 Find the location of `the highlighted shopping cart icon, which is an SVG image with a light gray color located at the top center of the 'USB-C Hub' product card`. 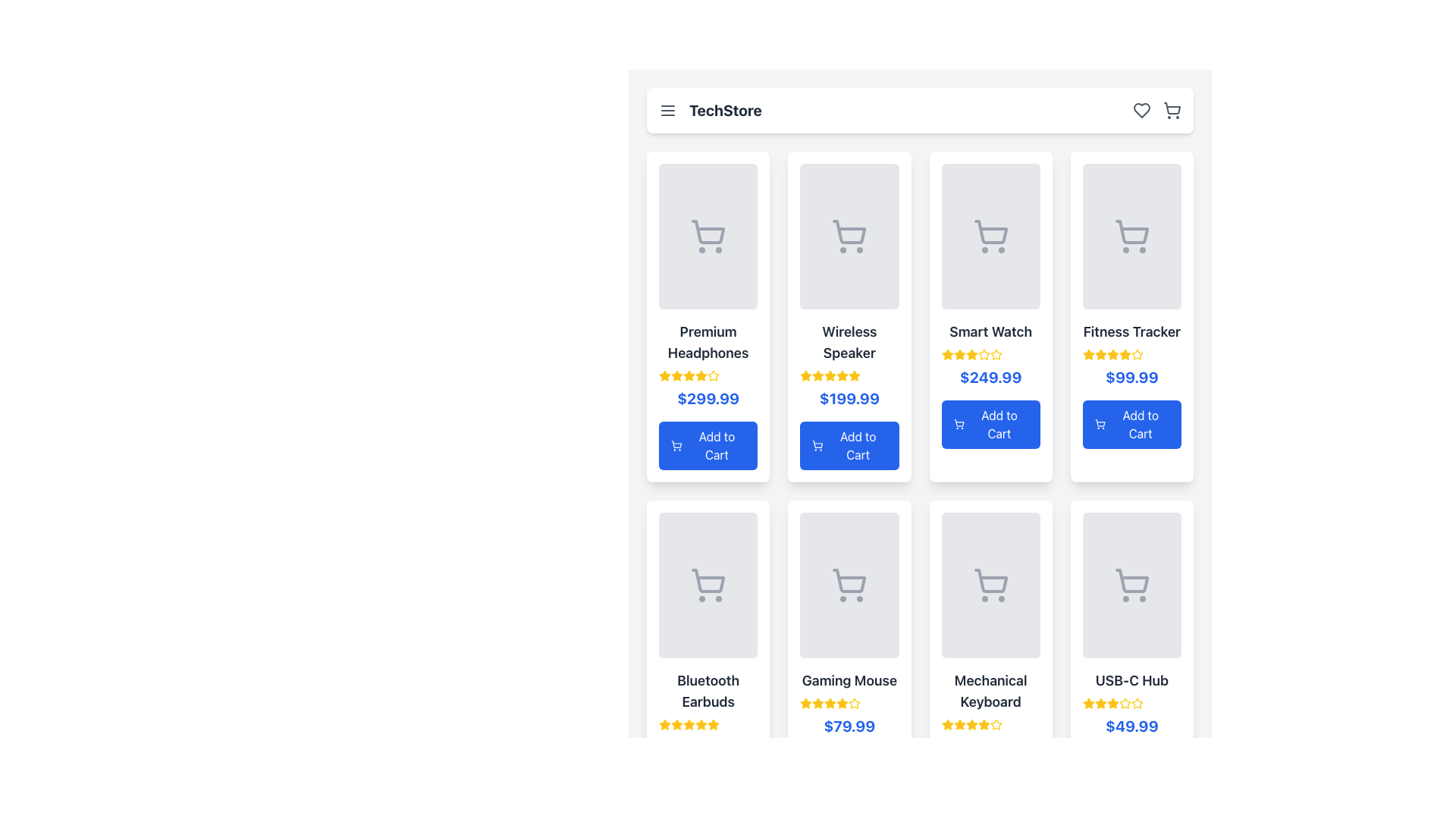

the highlighted shopping cart icon, which is an SVG image with a light gray color located at the top center of the 'USB-C Hub' product card is located at coordinates (1131, 584).